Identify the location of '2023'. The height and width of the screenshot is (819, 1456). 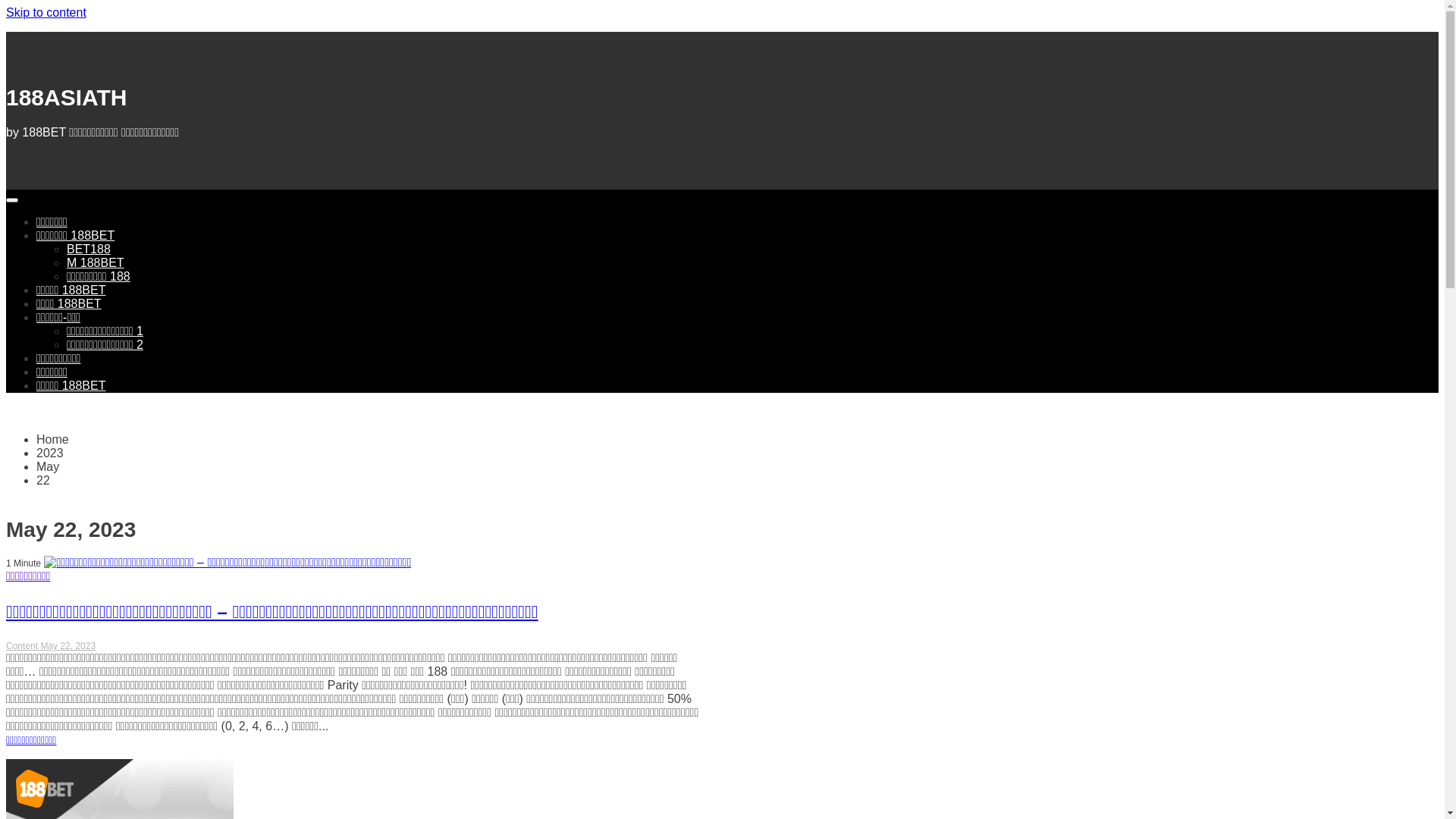
(50, 452).